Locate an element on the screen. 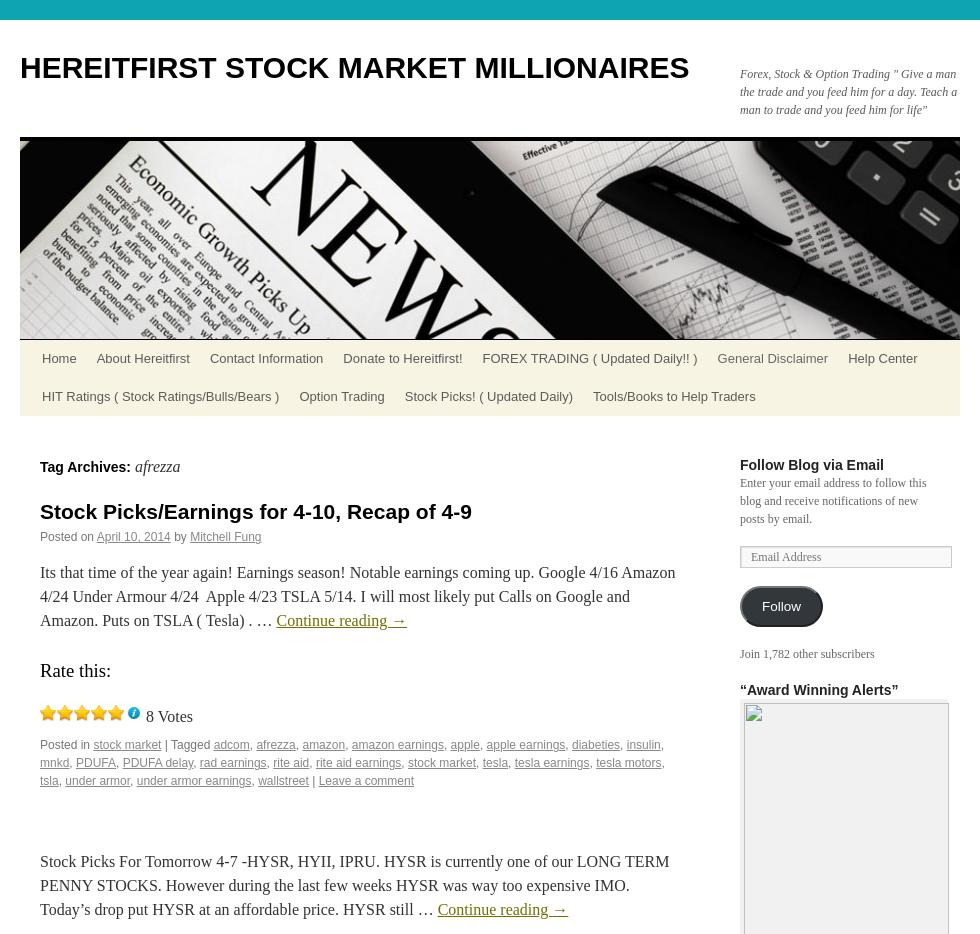 This screenshot has height=934, width=980. 'Enter your email address to follow this blog and receive notifications of new posts by email.' is located at coordinates (833, 499).